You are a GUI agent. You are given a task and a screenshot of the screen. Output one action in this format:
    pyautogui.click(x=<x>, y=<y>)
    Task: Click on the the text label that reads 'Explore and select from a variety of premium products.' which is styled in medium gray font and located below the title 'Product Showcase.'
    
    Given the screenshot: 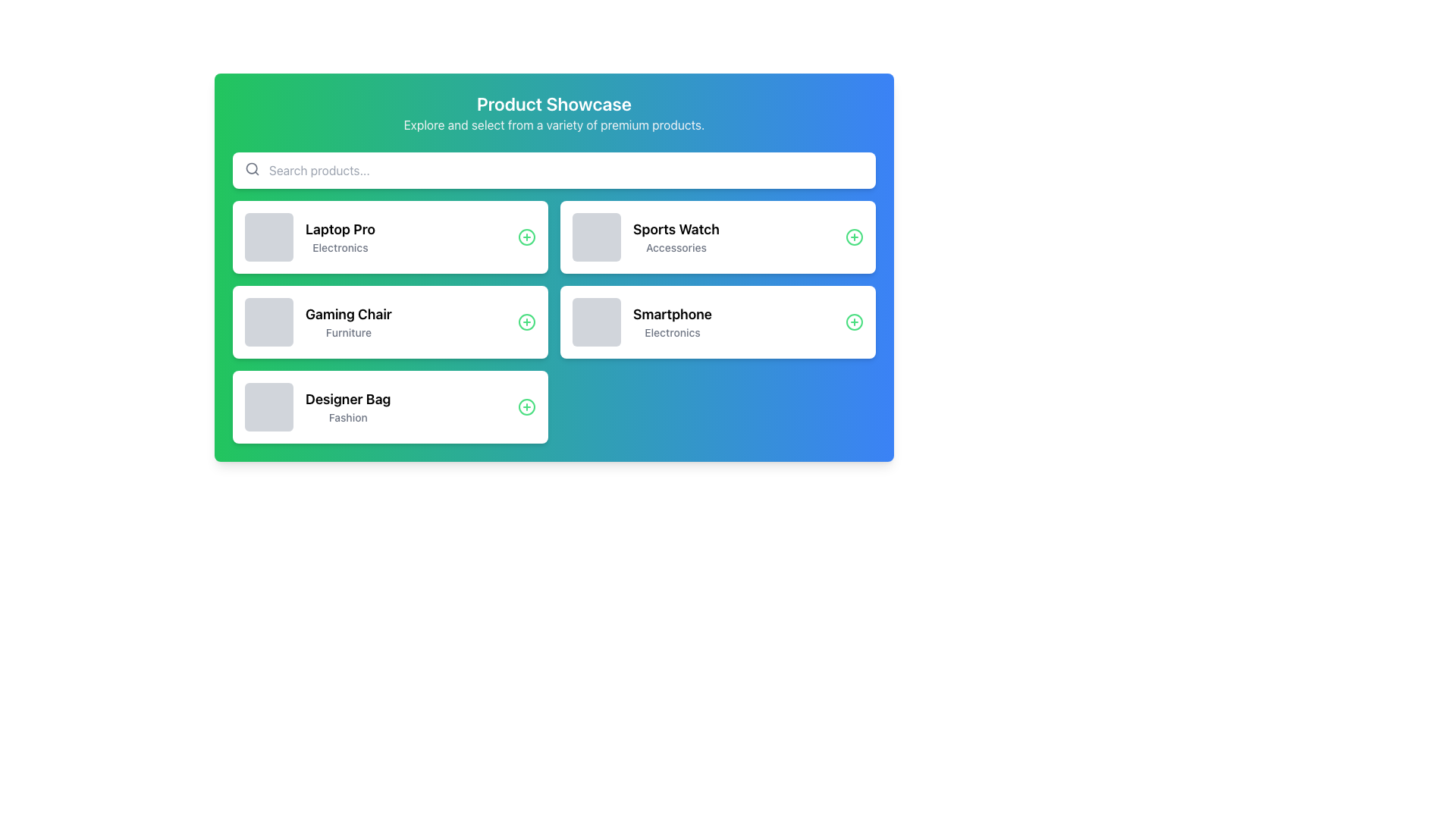 What is the action you would take?
    pyautogui.click(x=553, y=124)
    